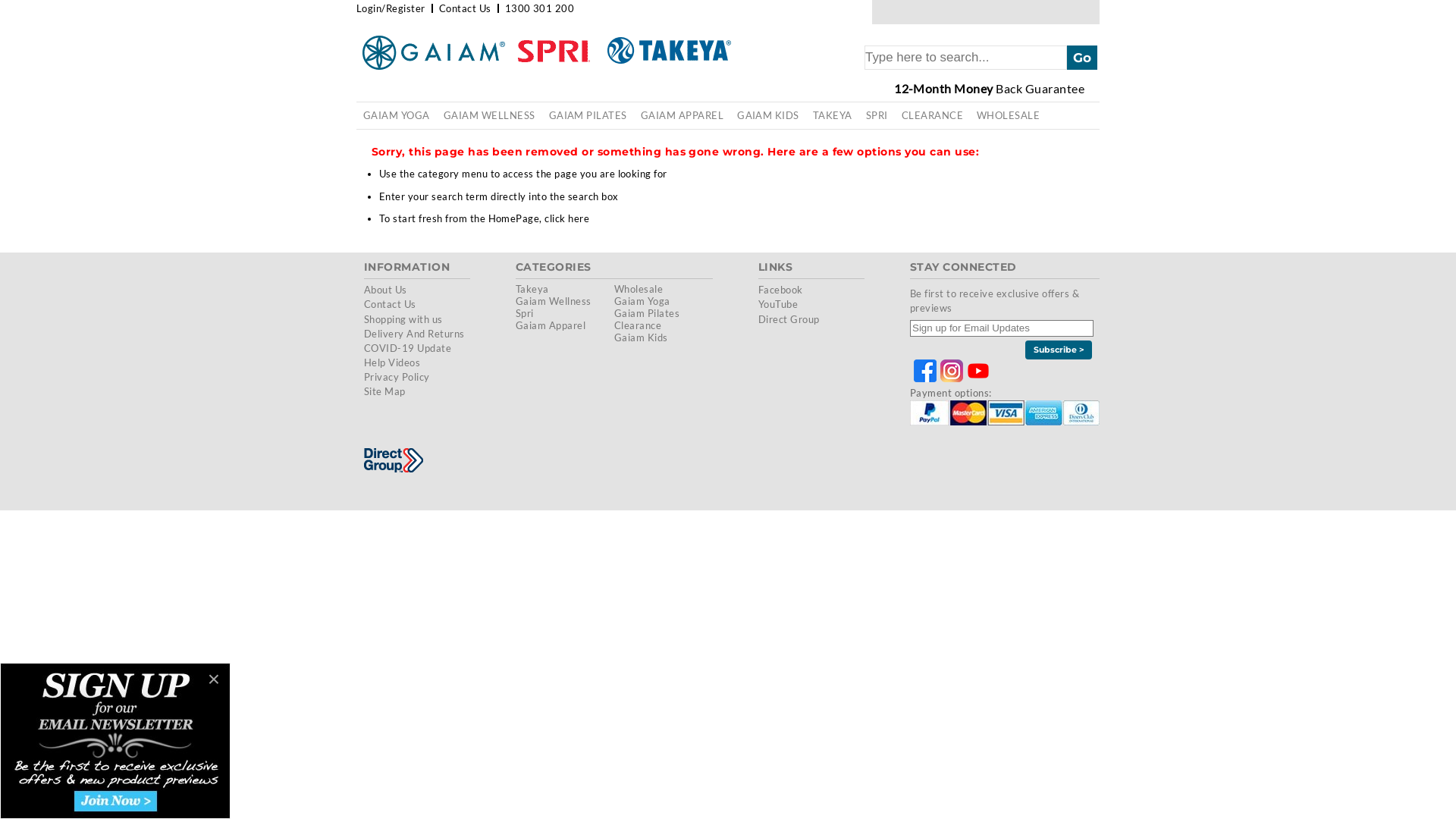 This screenshot has height=819, width=1456. I want to click on 'Facebook', so click(780, 289).